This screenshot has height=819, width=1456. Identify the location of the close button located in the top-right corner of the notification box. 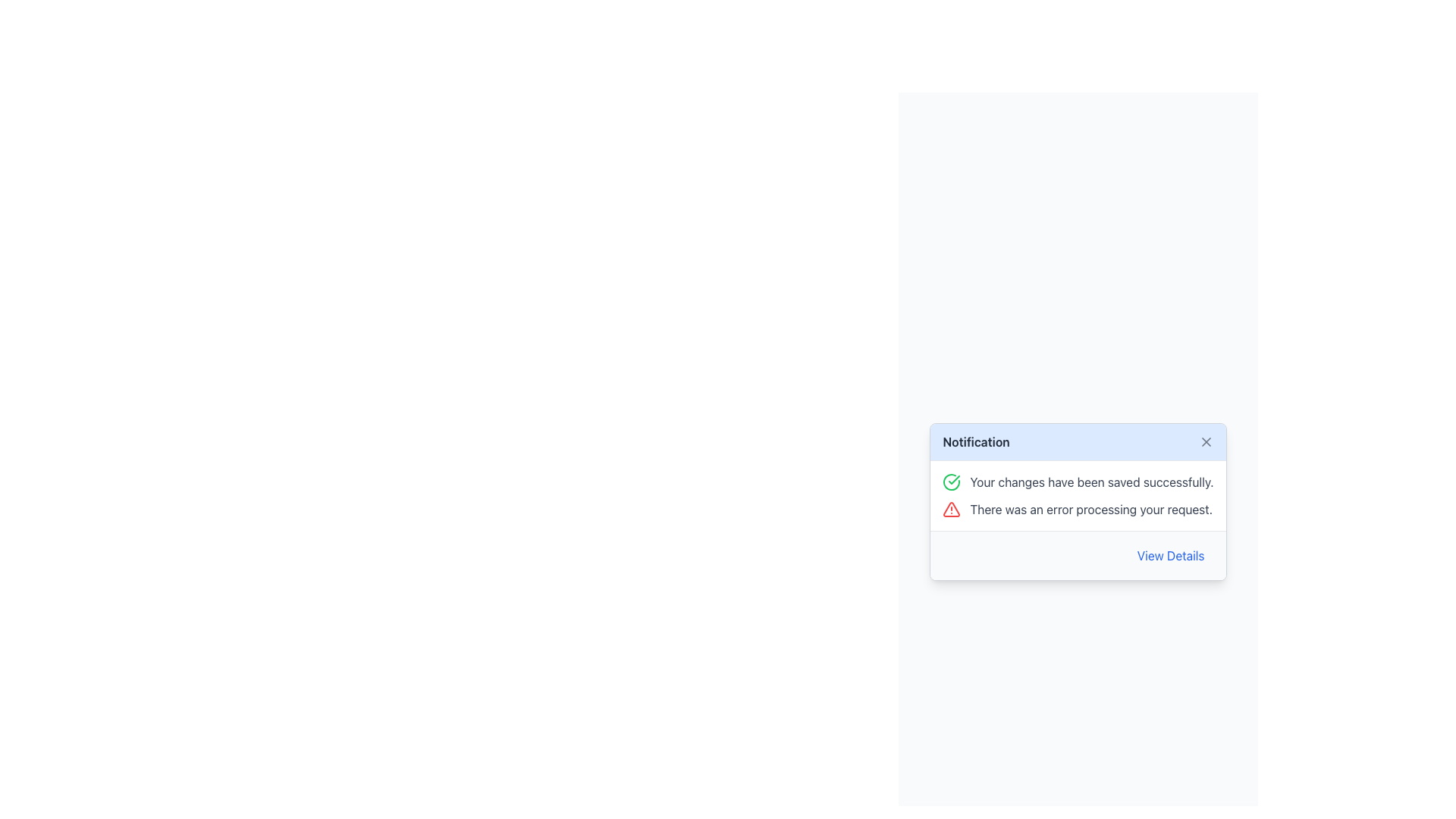
(1205, 441).